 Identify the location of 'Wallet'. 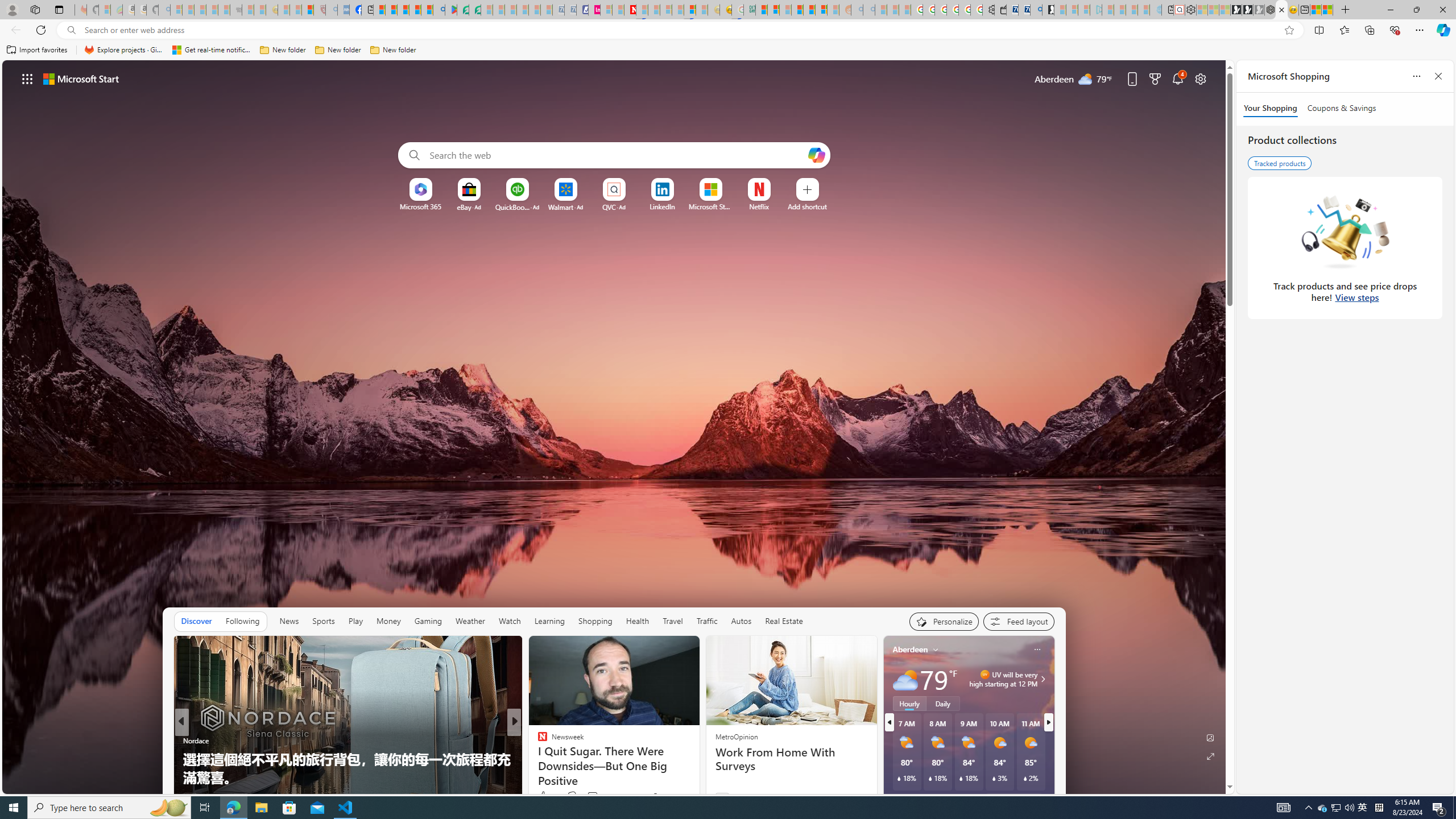
(1001, 9).